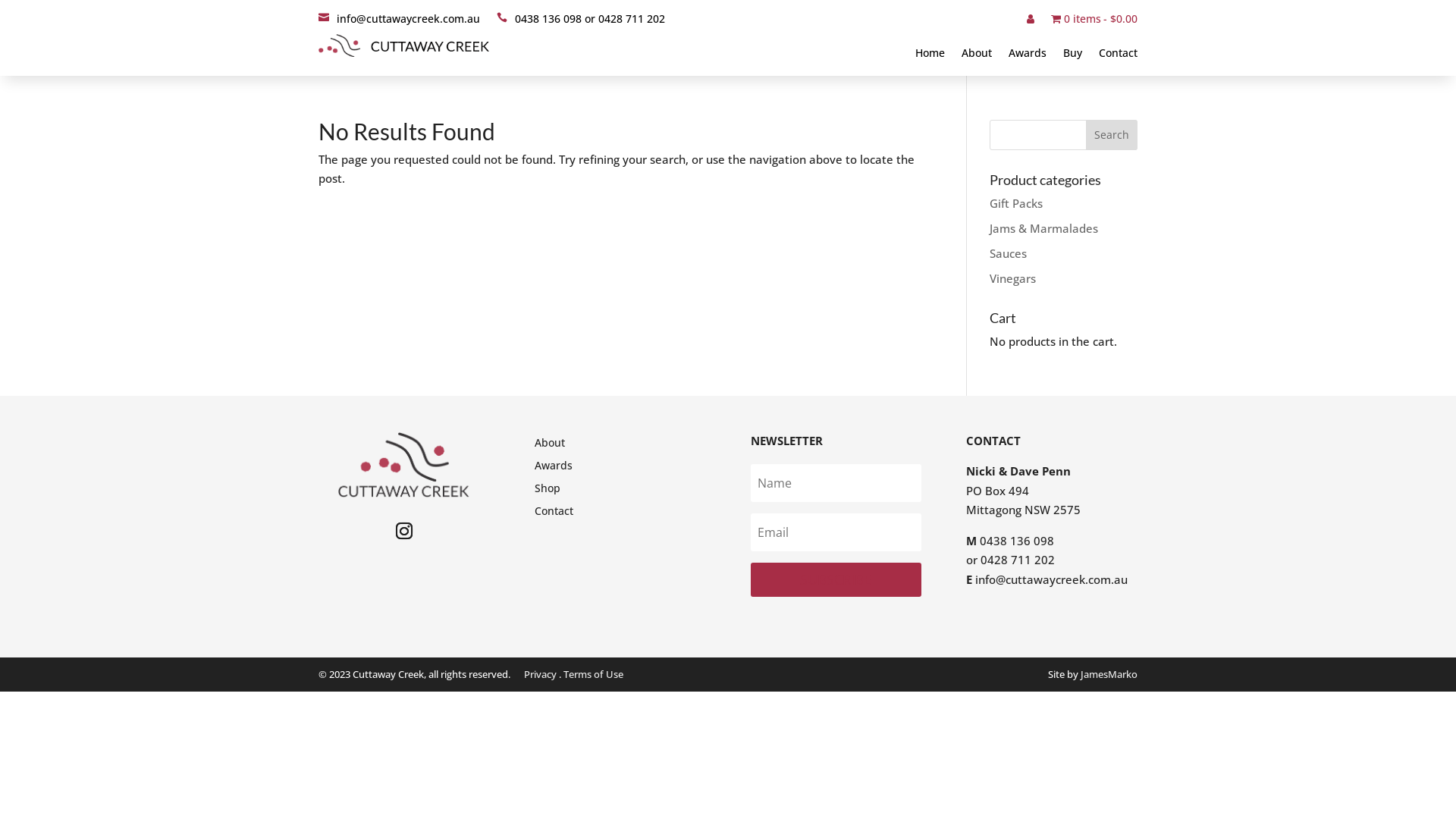  Describe the element at coordinates (990, 227) in the screenshot. I see `'Jams & Marmalades'` at that location.